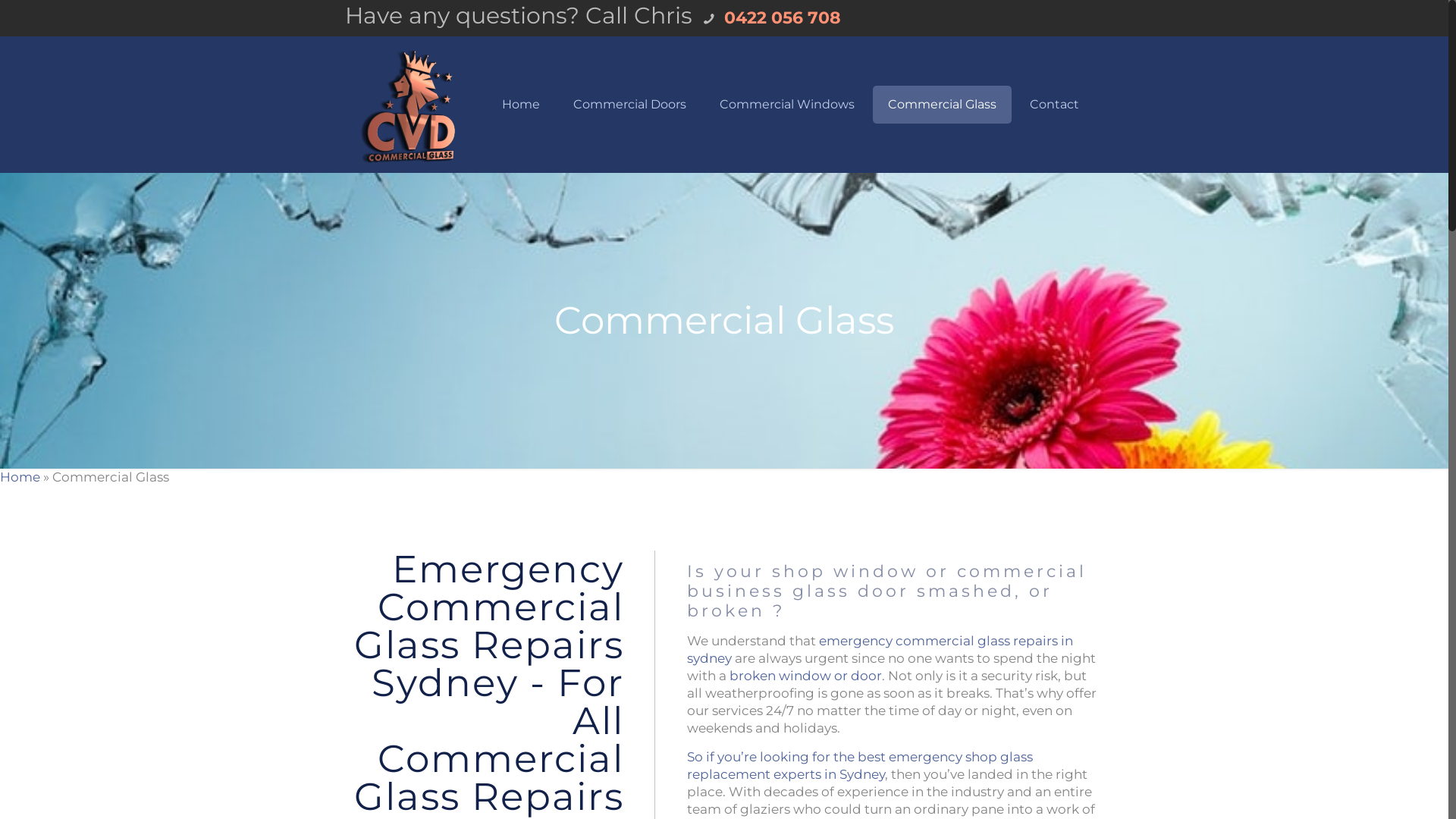 The width and height of the screenshot is (1456, 819). I want to click on 'Home', so click(520, 104).